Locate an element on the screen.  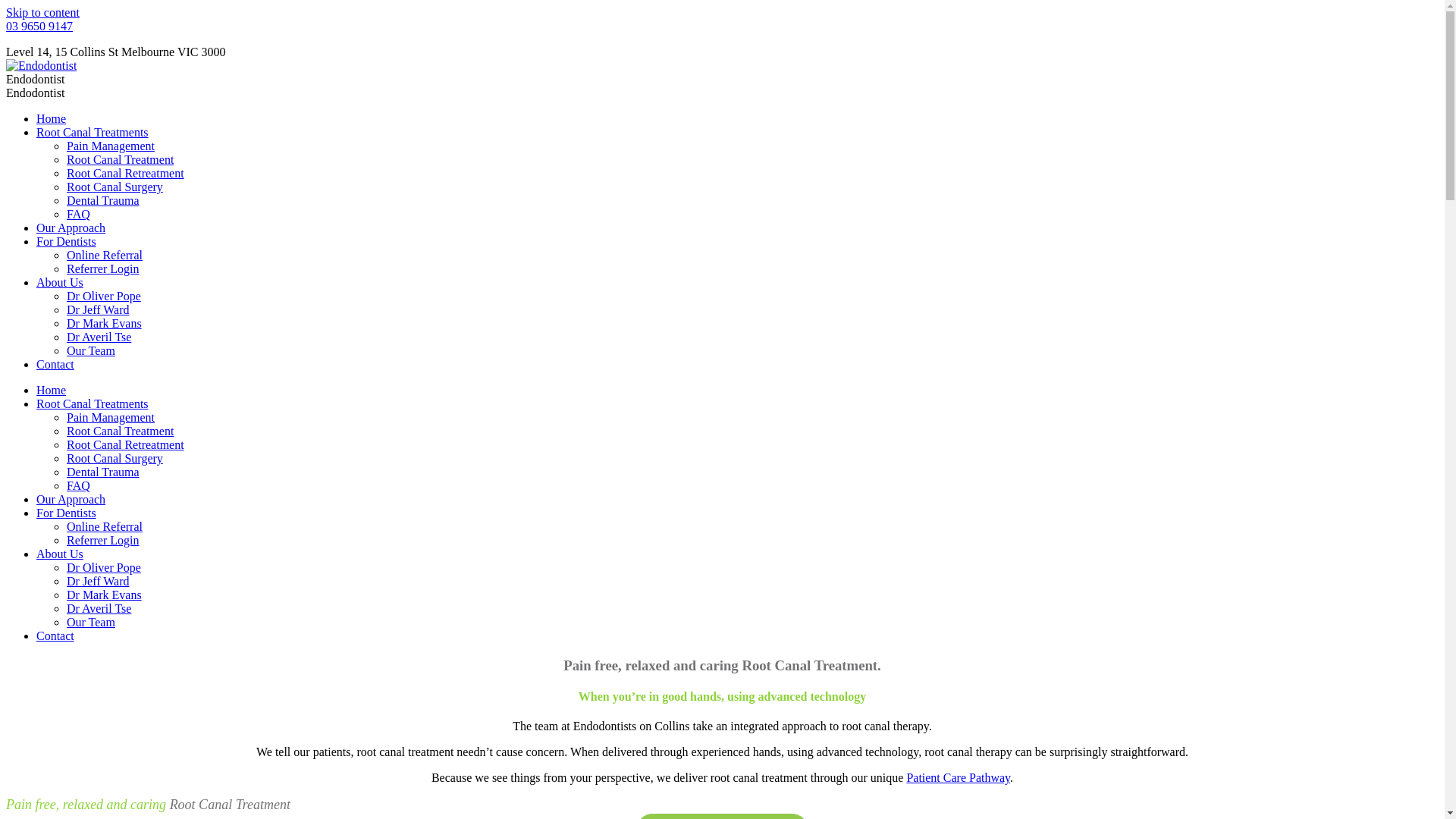
'Dr Jeff Ward' is located at coordinates (65, 580).